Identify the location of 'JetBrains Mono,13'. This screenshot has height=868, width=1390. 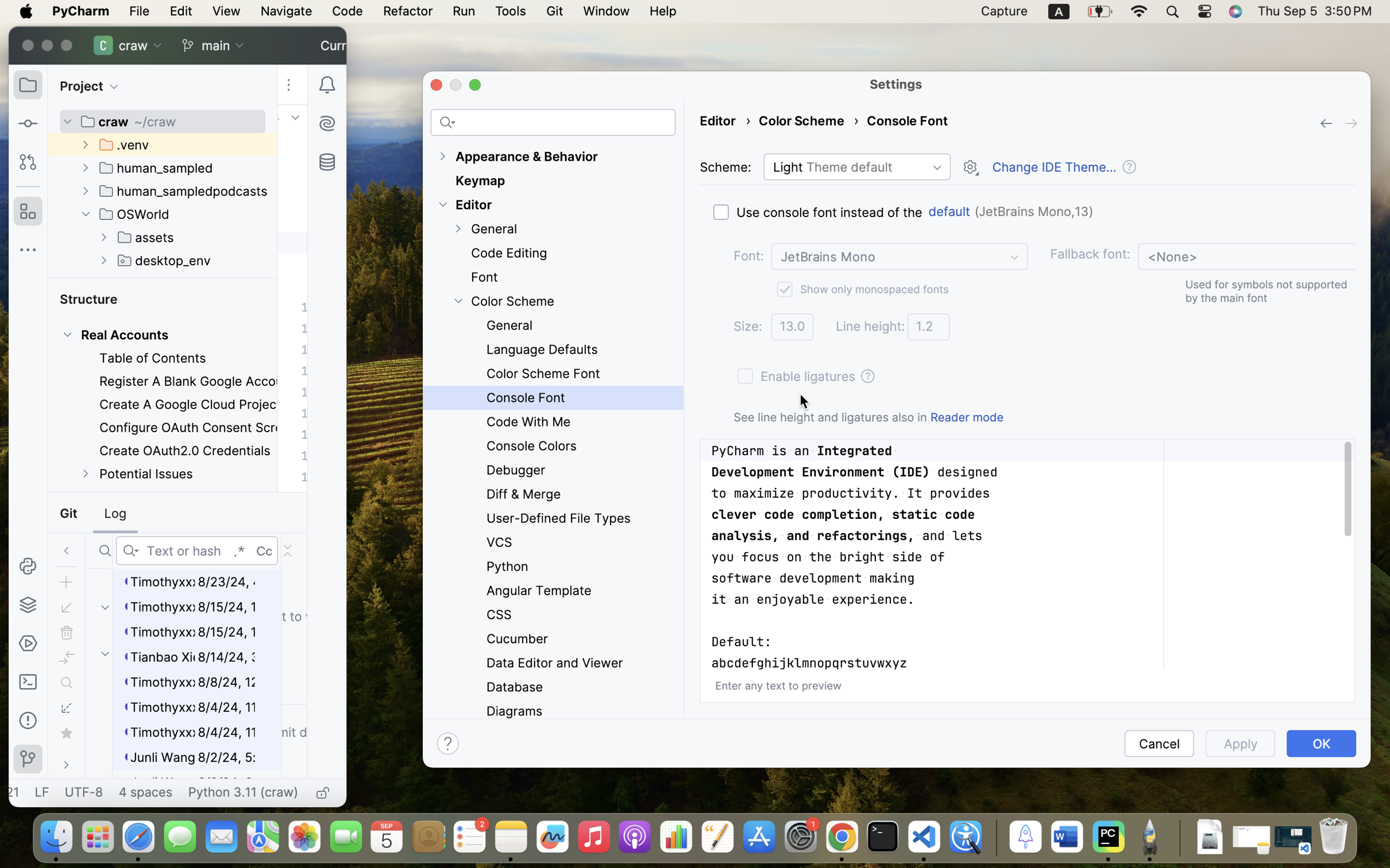
(1033, 211).